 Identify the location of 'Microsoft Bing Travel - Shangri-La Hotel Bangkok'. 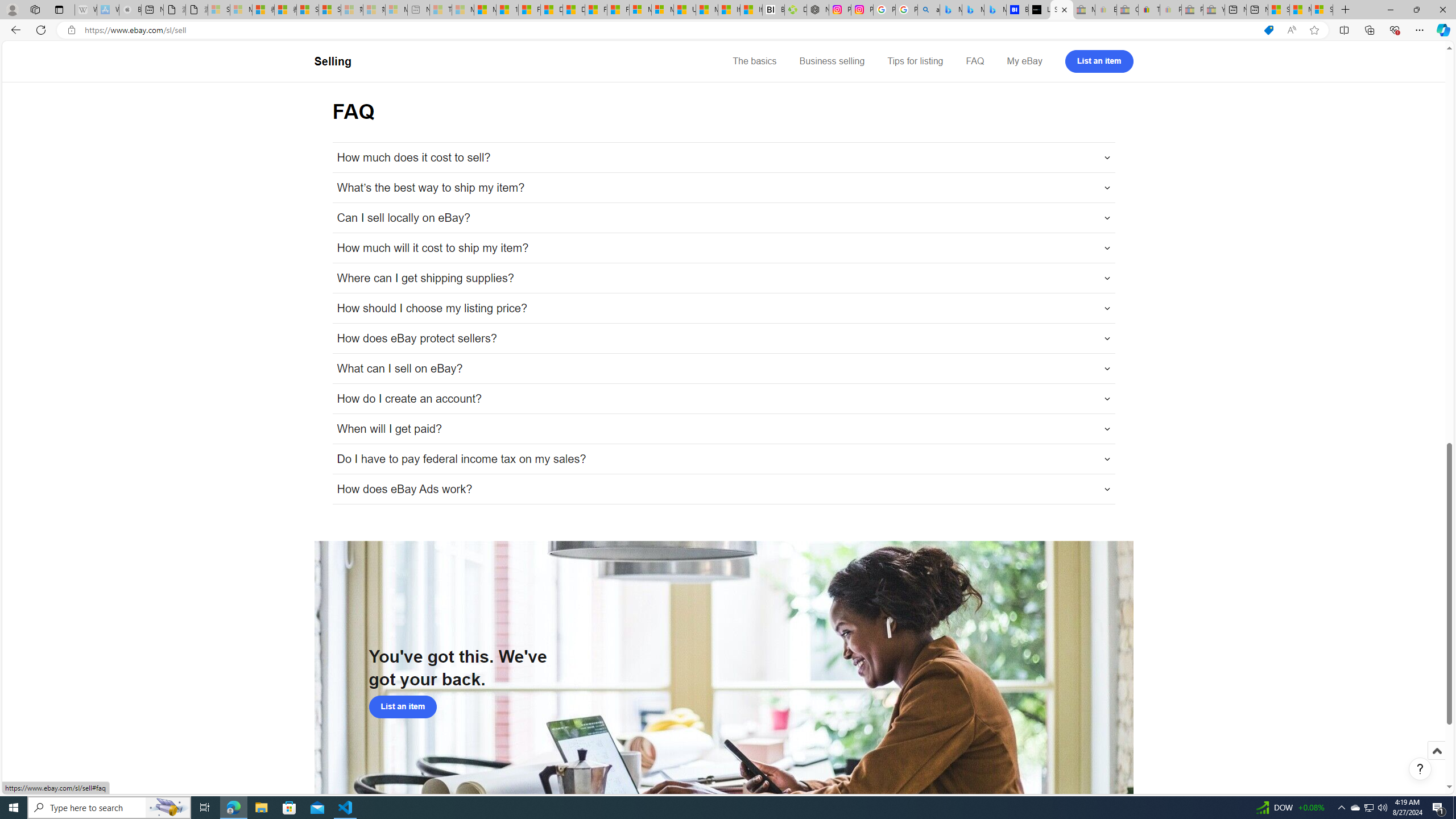
(995, 9).